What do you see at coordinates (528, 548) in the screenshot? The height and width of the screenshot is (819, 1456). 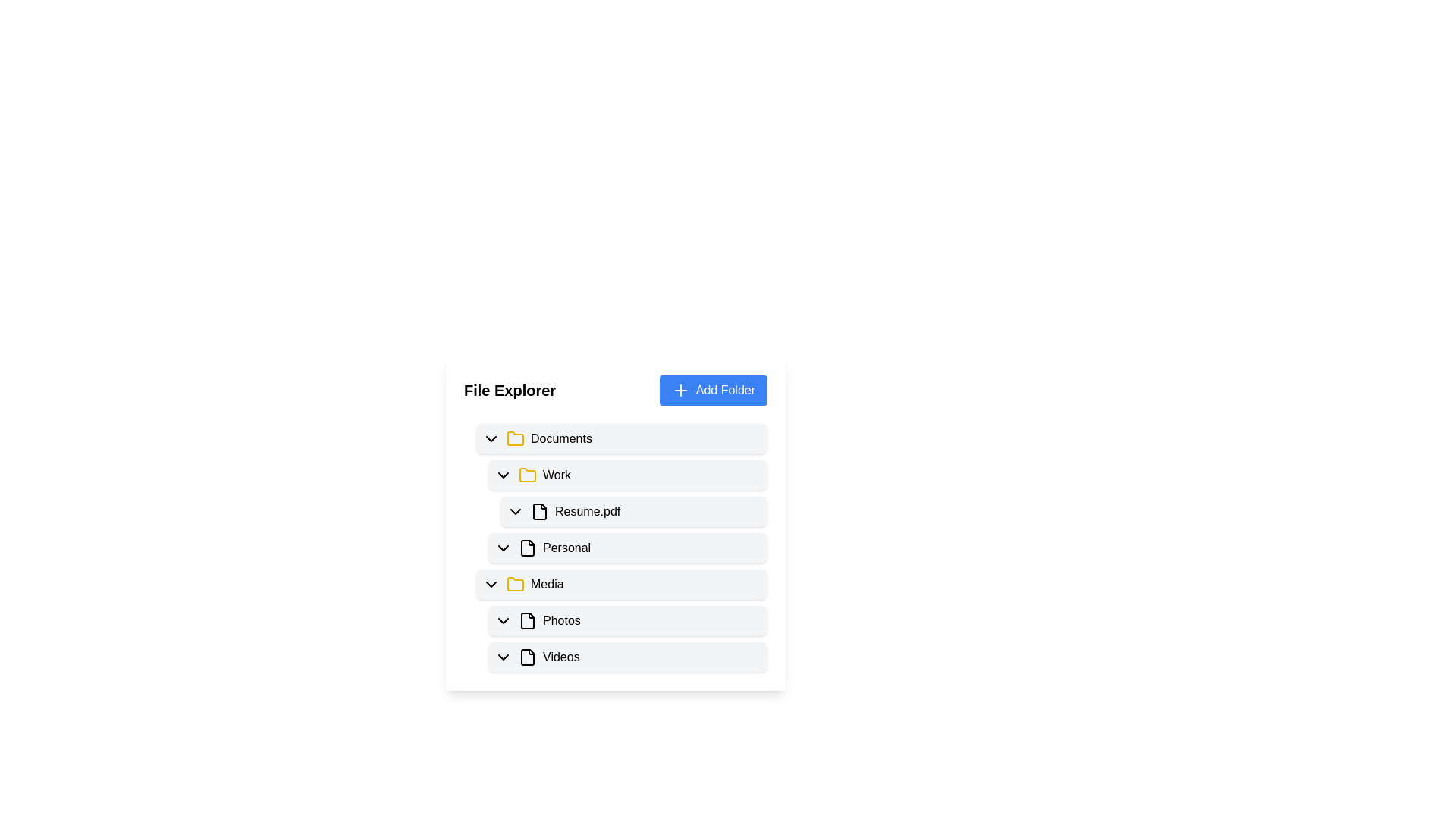 I see `the document file icon in the 'Personal' section of the 'File Explorer' interface, which is the second icon of its kind and is positioned to the left of the text label 'Personal'` at bounding box center [528, 548].